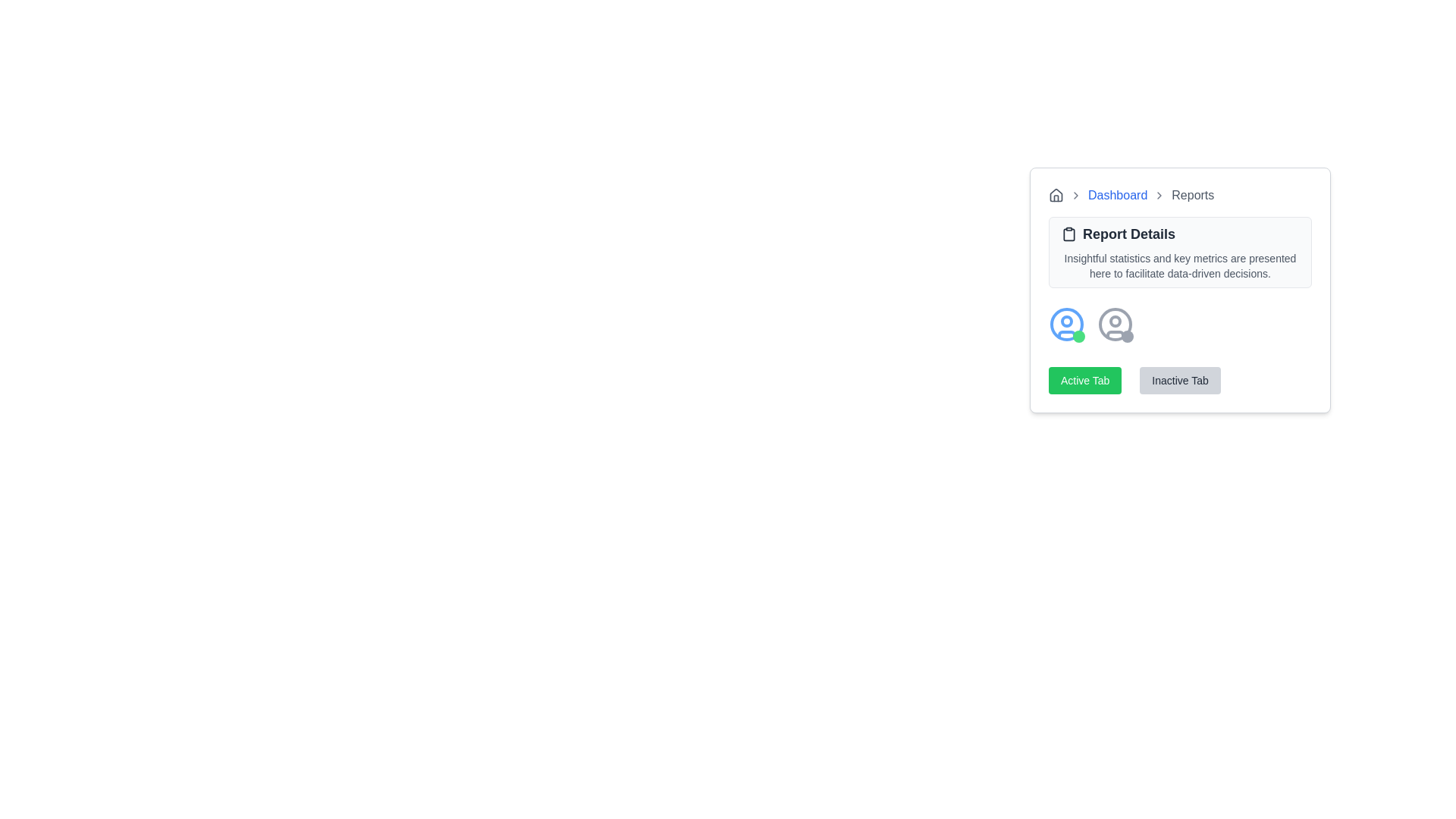  I want to click on the circular user icon with a gray outline located in the second position of the horizontal arrangement under the 'Report Details' card, so click(1115, 324).